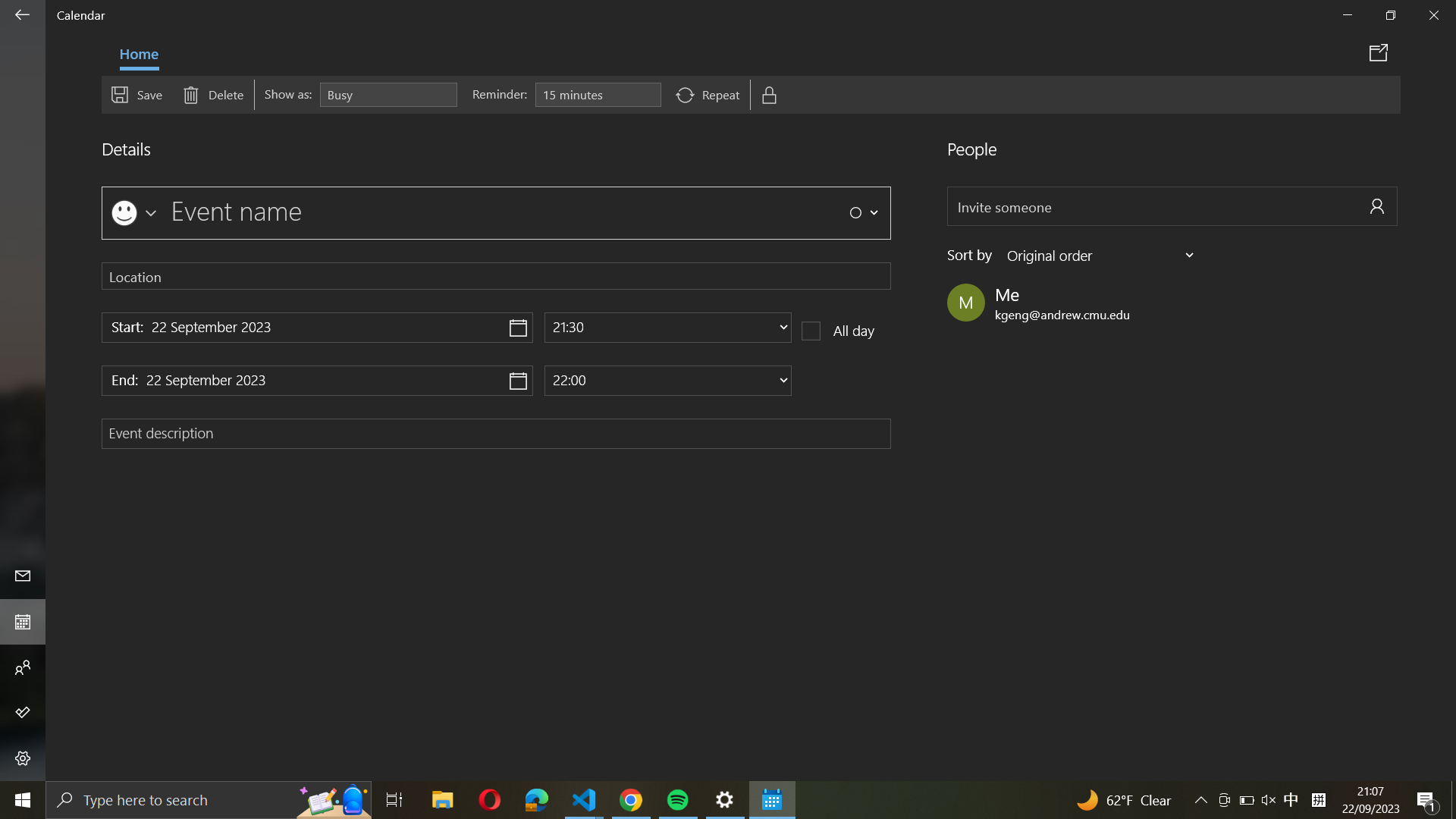  I want to click on "31 December 2021" as the initial date, so click(316, 327).